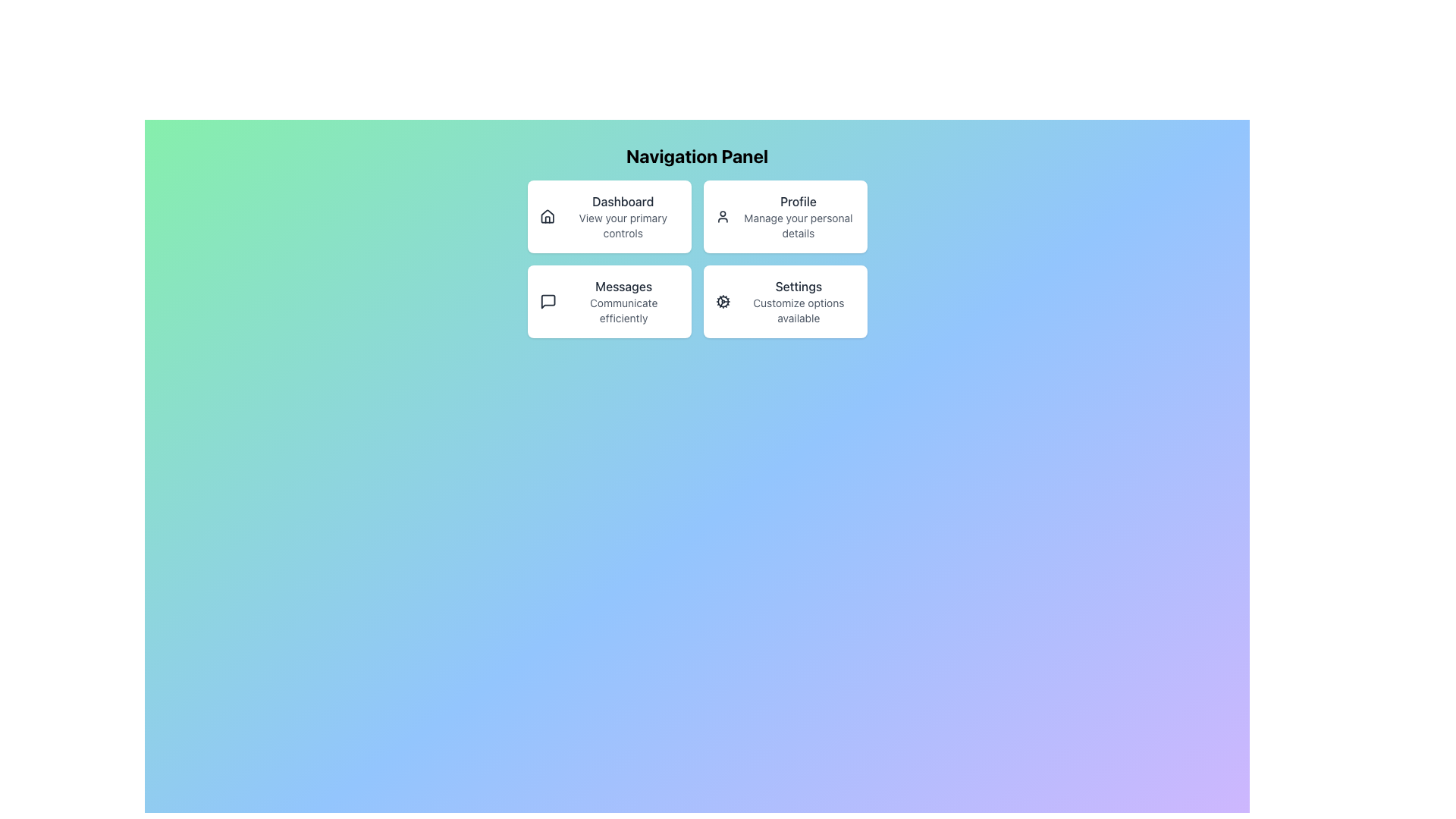  I want to click on the 'Settings' interactive text label within the fourth card element, which is aligned to the center of the card and features a gear icon on its left, so click(798, 301).